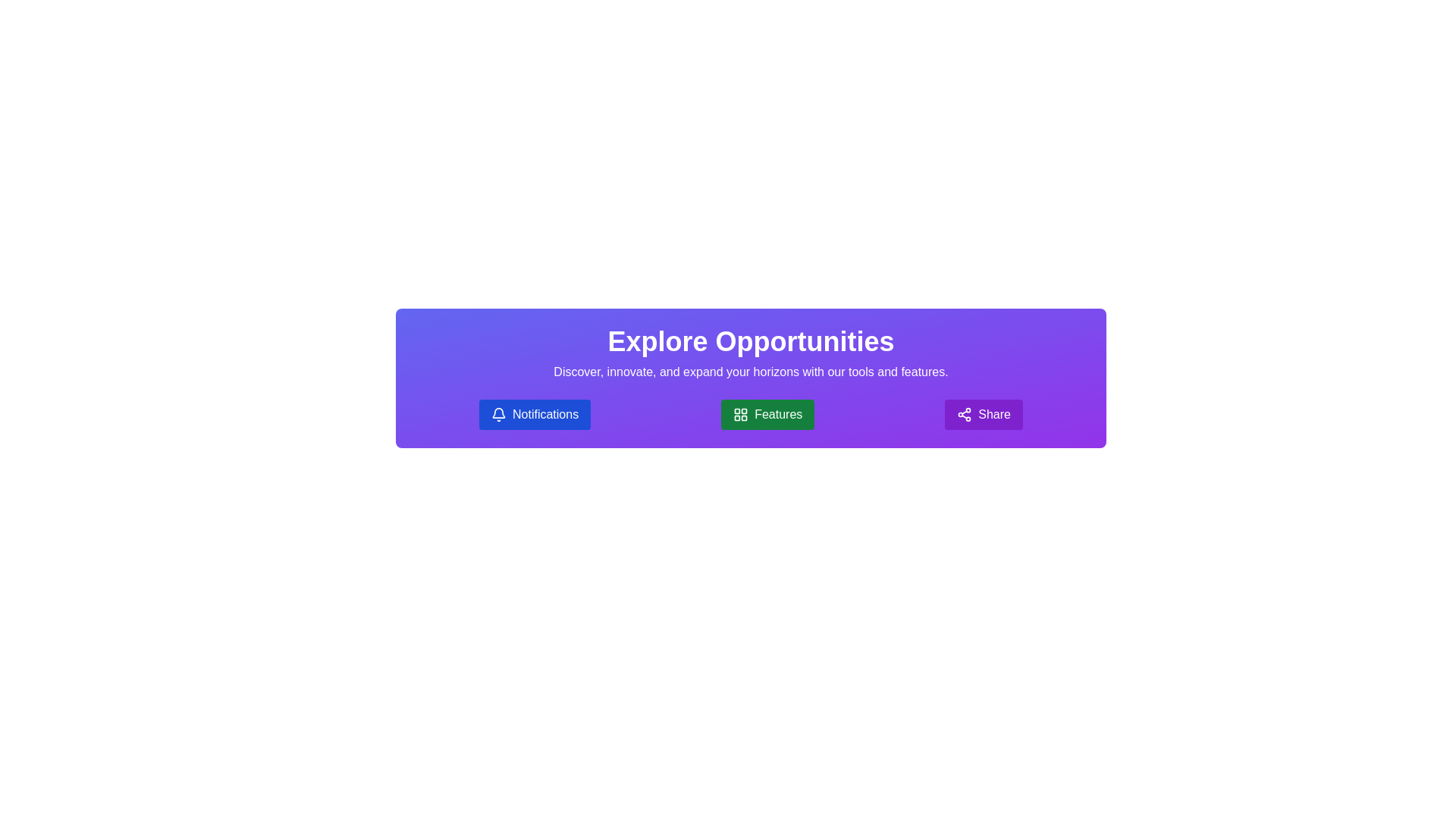 This screenshot has width=1456, height=819. Describe the element at coordinates (751, 342) in the screenshot. I see `the Text header located at the top-center of the highlighted section, which serves as a prominent title above a smaller explanatory paragraph` at that location.